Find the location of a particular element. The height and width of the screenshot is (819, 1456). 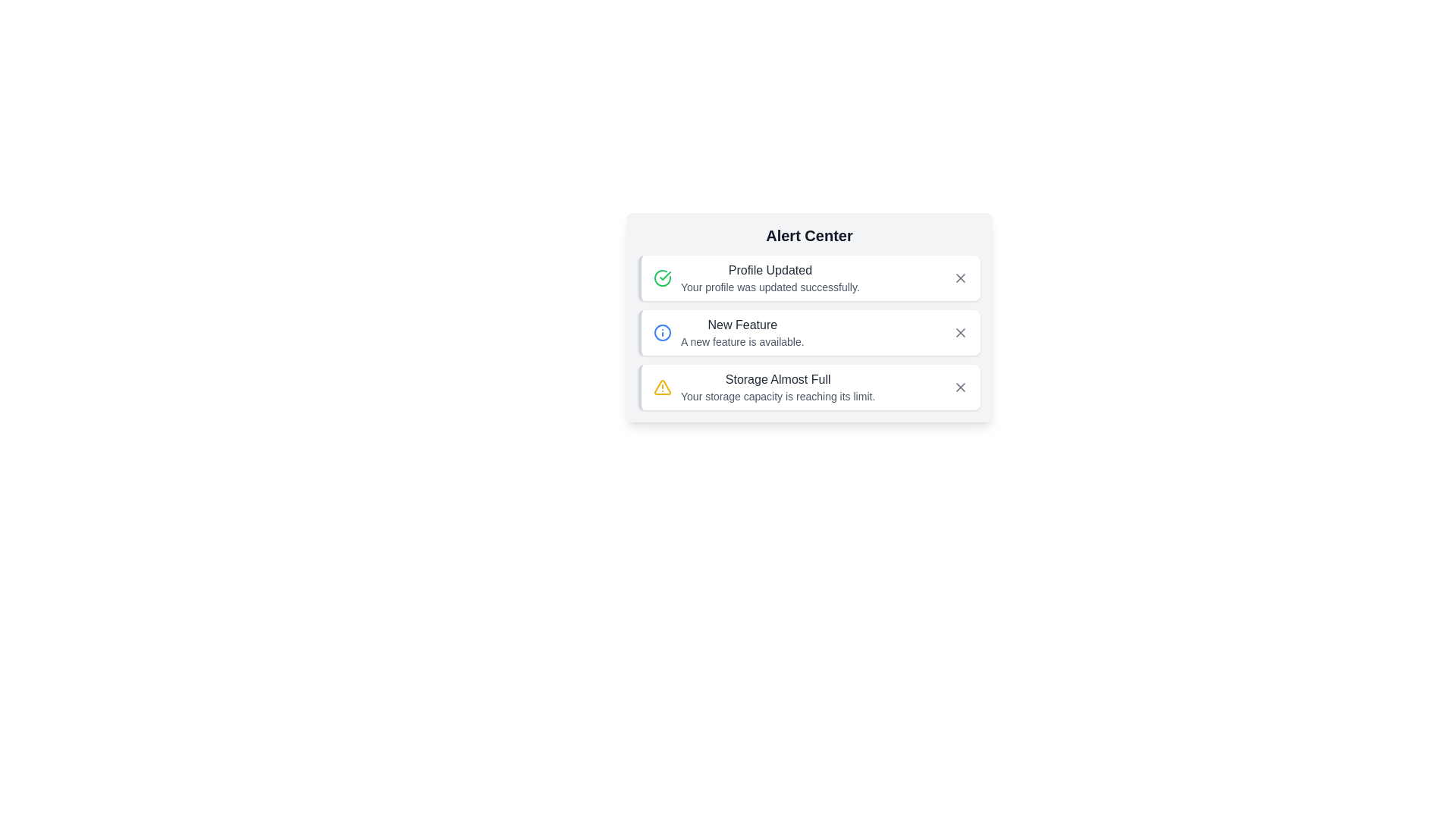

the second notification entry in the informational text block that describes a newly available feature is located at coordinates (742, 332).